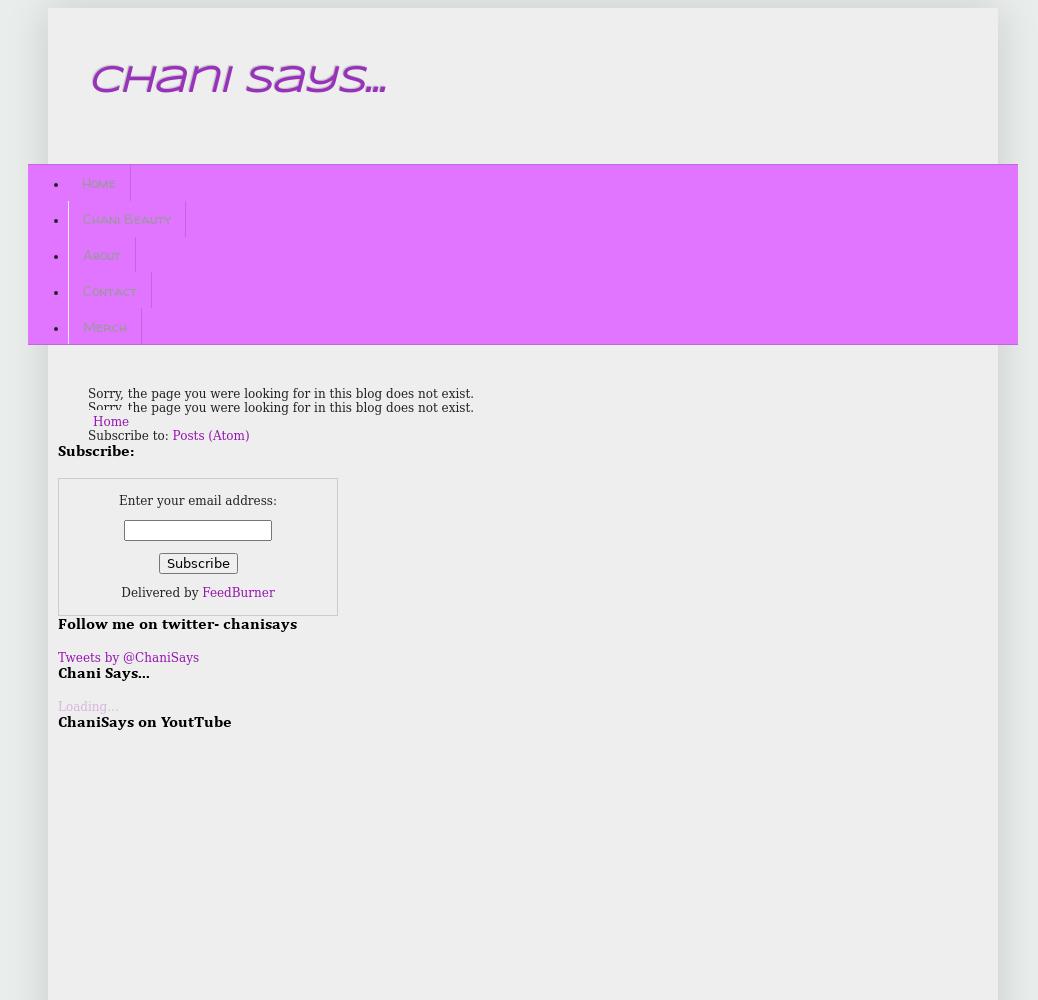  I want to click on 'Tweets by @ChaniSays', so click(127, 657).